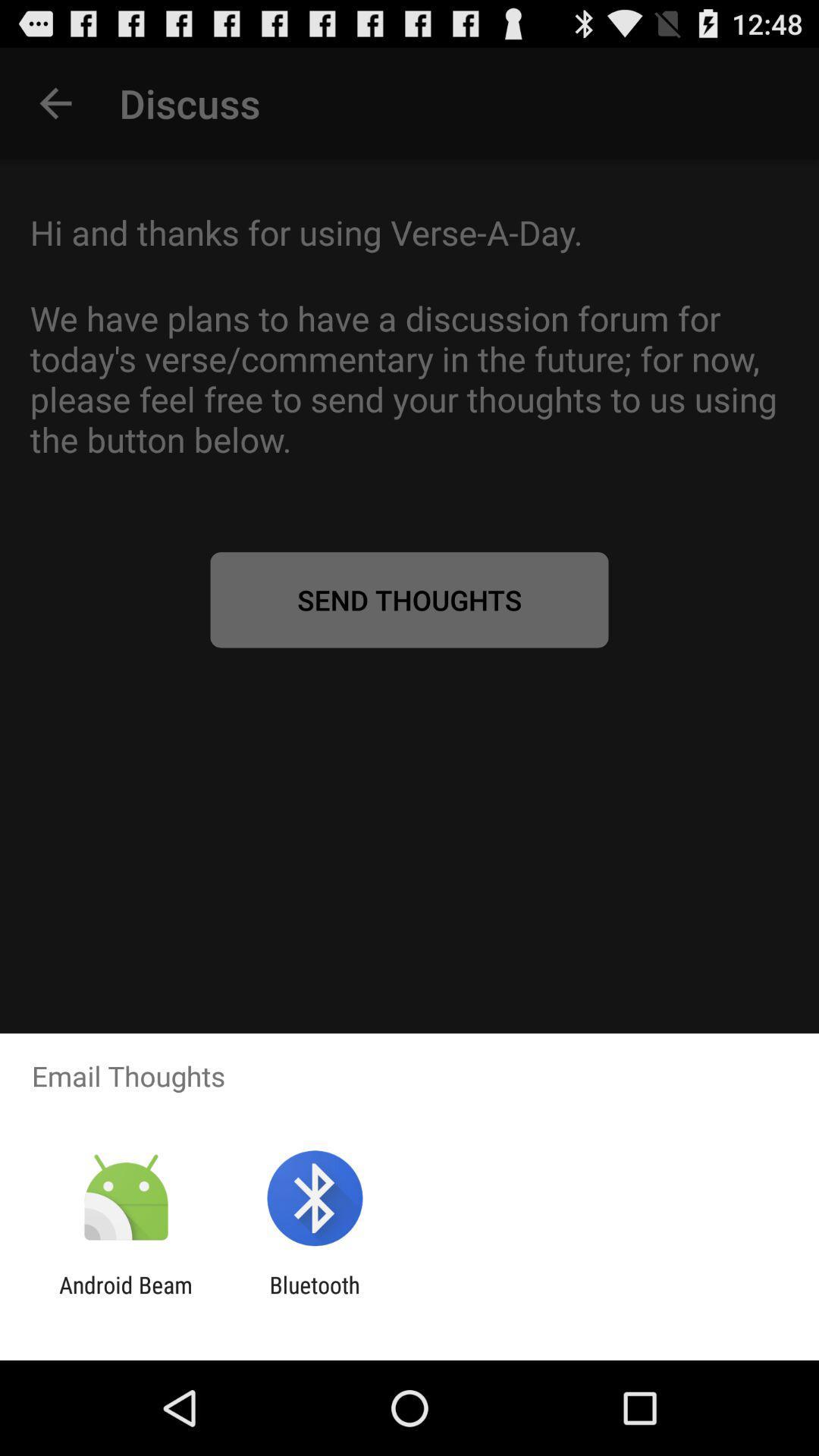  I want to click on the android beam item, so click(125, 1298).